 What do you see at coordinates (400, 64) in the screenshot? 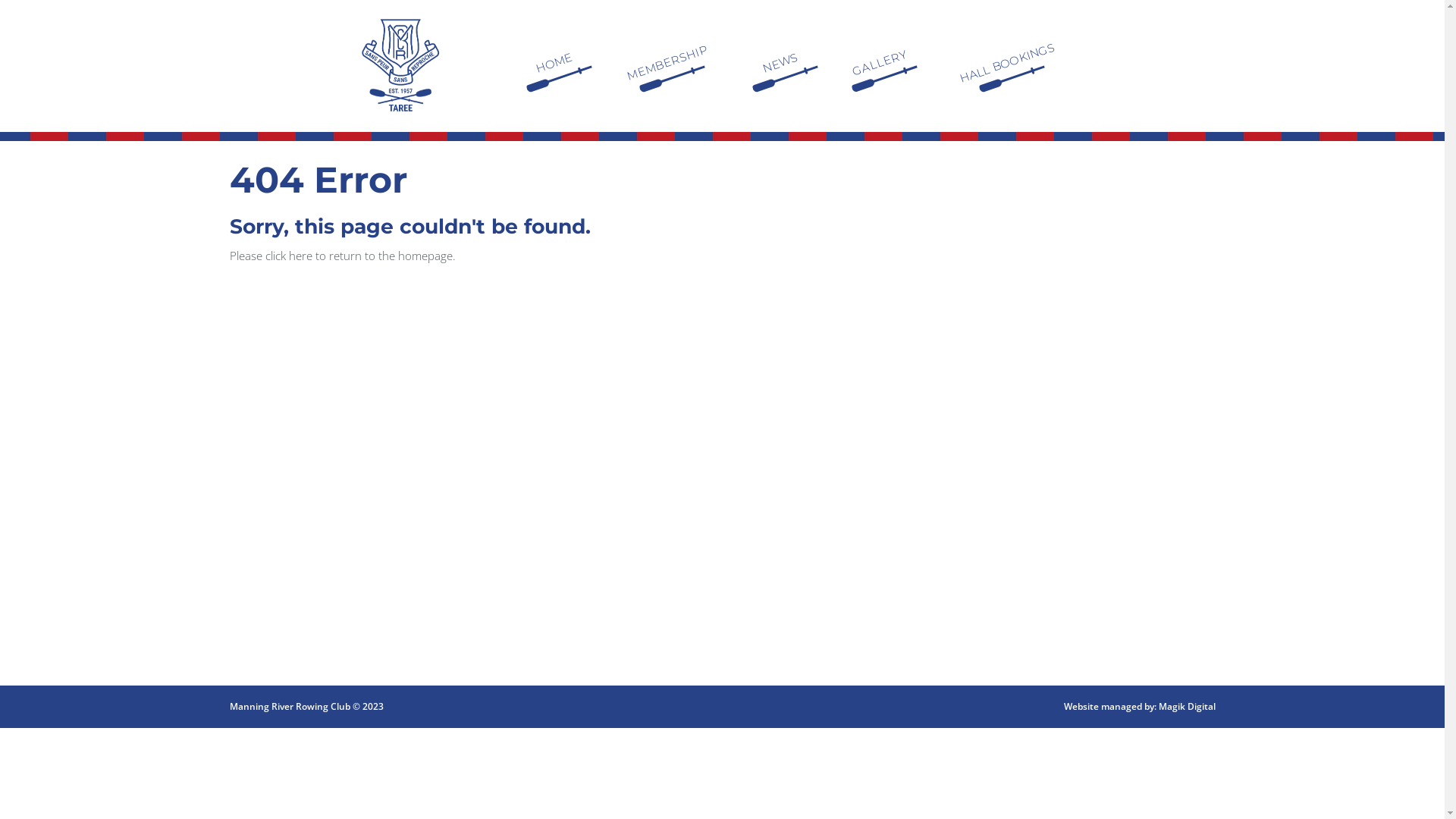
I see `'Manning River Rowing Club'` at bounding box center [400, 64].